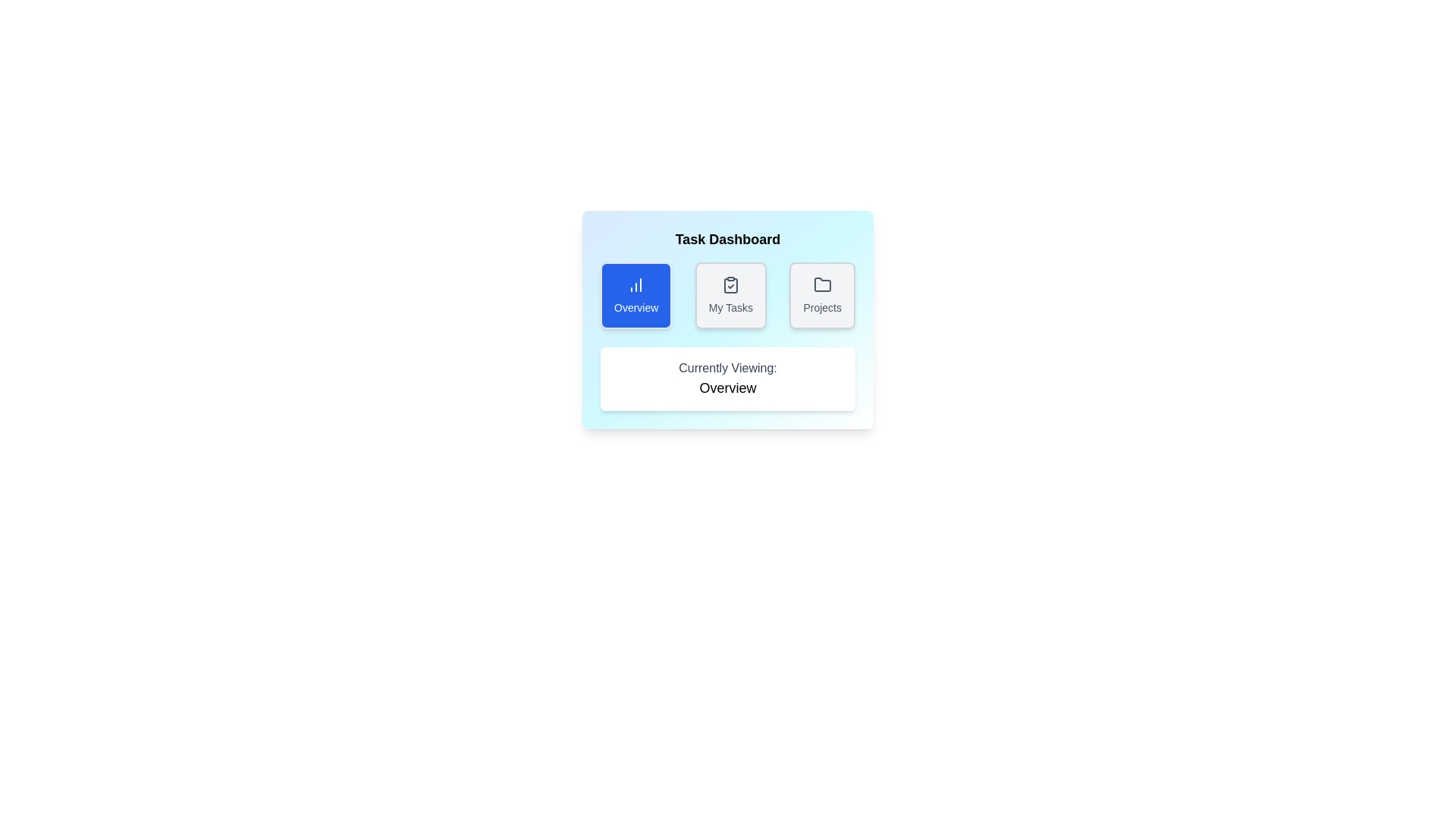 The image size is (1456, 819). I want to click on the icon of the tab labeled 'Projects' for inspection, so click(821, 284).